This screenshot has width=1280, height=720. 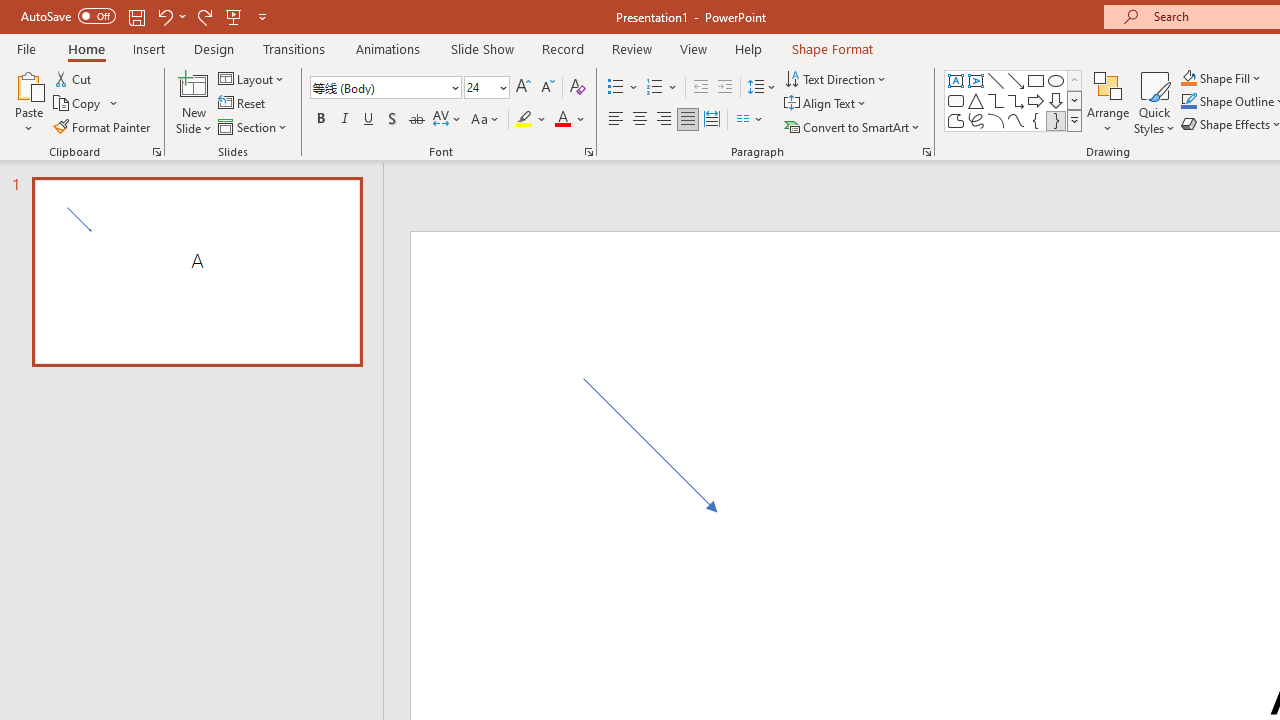 What do you see at coordinates (1055, 120) in the screenshot?
I see `'Right Brace'` at bounding box center [1055, 120].